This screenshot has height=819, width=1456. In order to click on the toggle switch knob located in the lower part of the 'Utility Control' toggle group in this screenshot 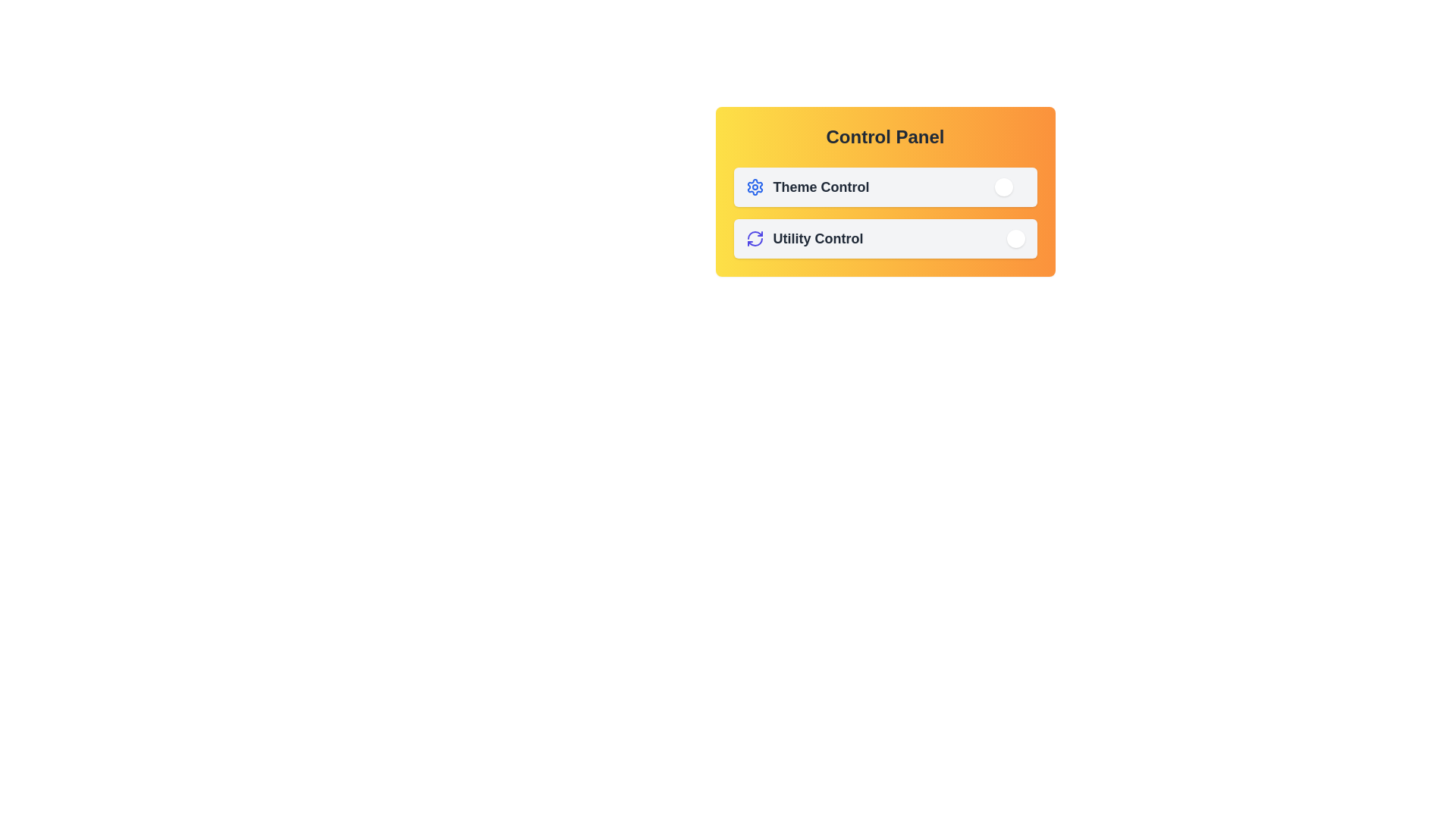, I will do `click(1015, 239)`.